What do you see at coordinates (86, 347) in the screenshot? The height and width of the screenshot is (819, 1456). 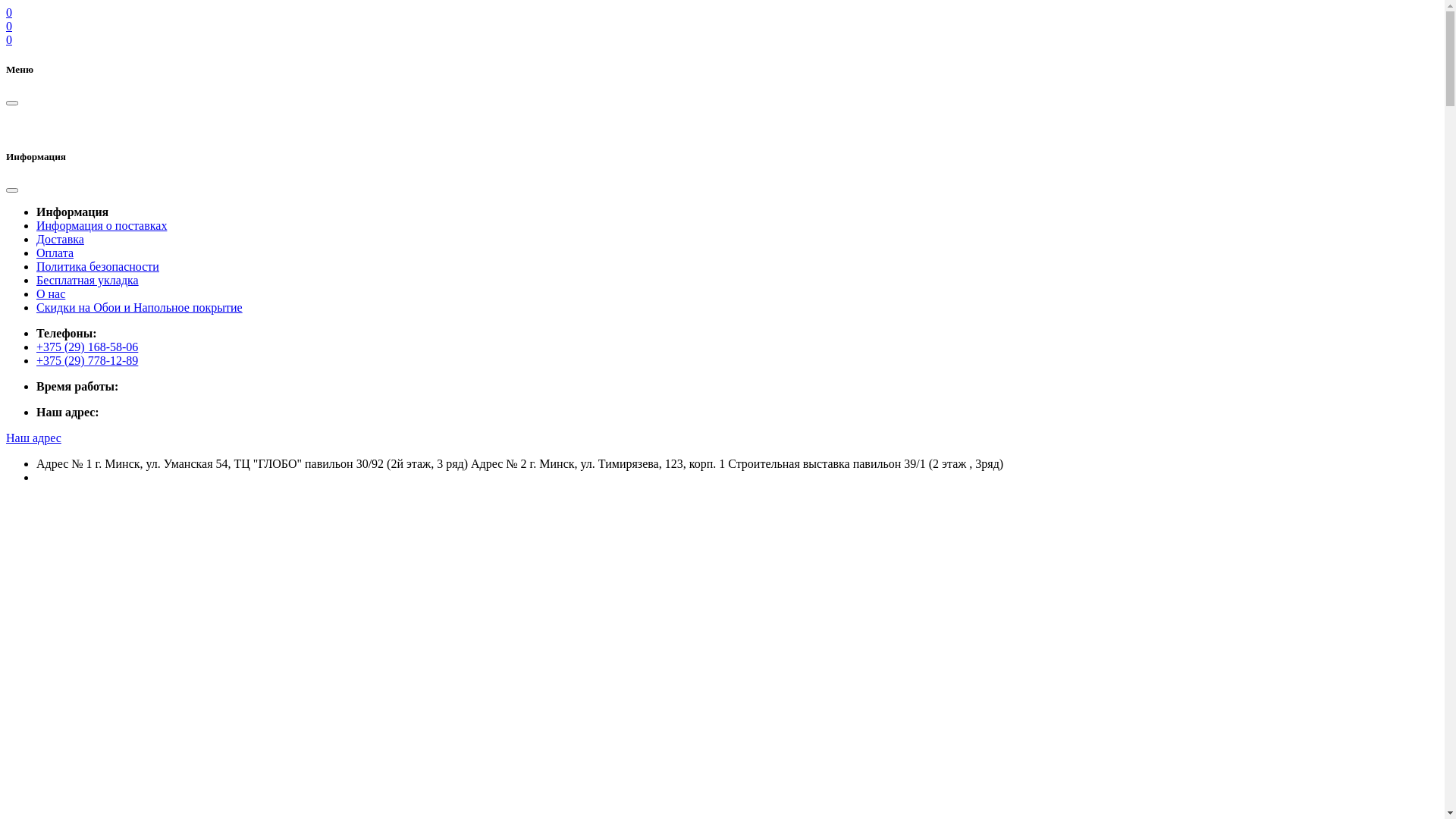 I see `'+375 (29) 168-58-06'` at bounding box center [86, 347].